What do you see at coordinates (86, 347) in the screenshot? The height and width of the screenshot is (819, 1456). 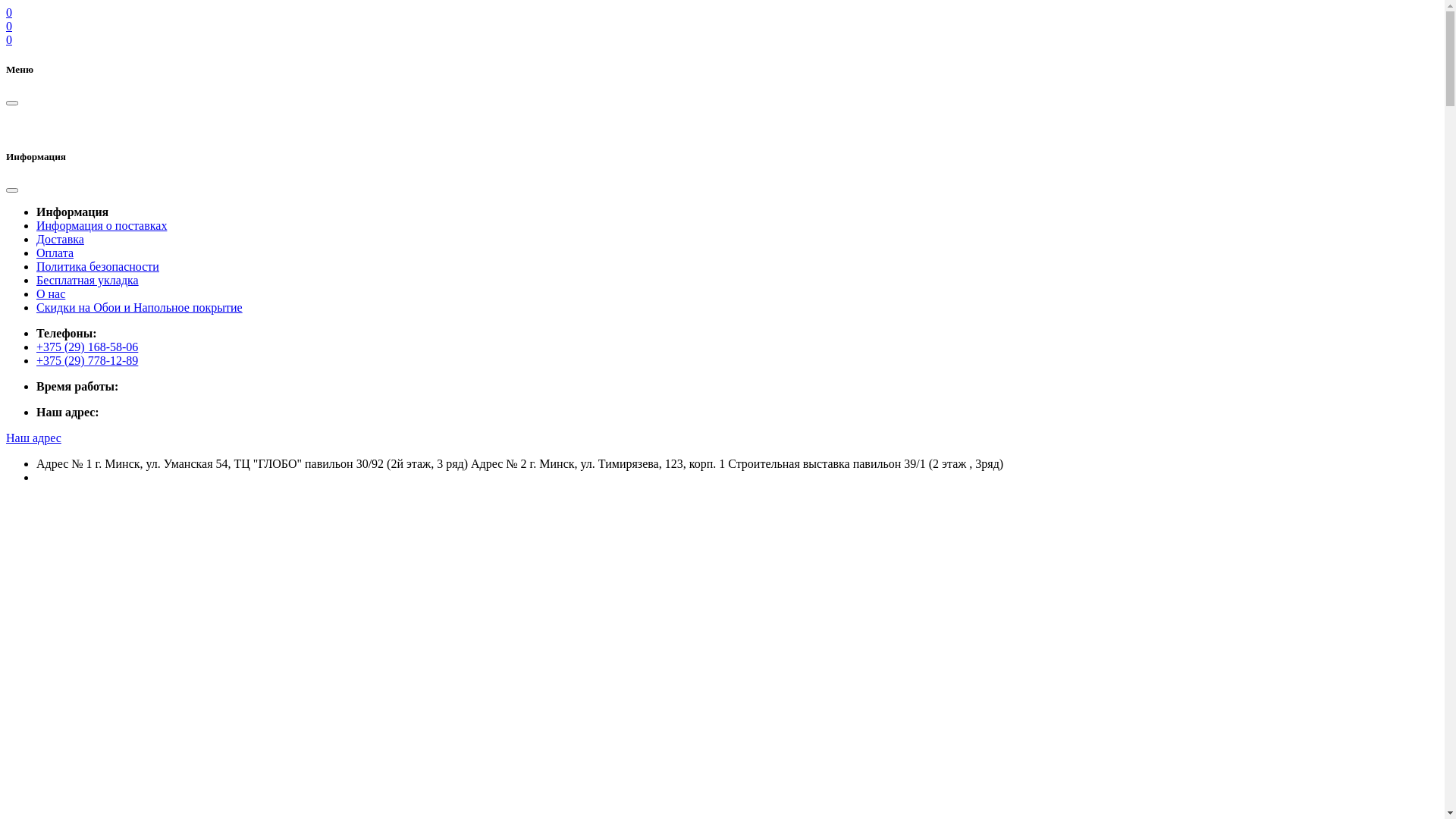 I see `'+375 (29) 168-58-06'` at bounding box center [86, 347].